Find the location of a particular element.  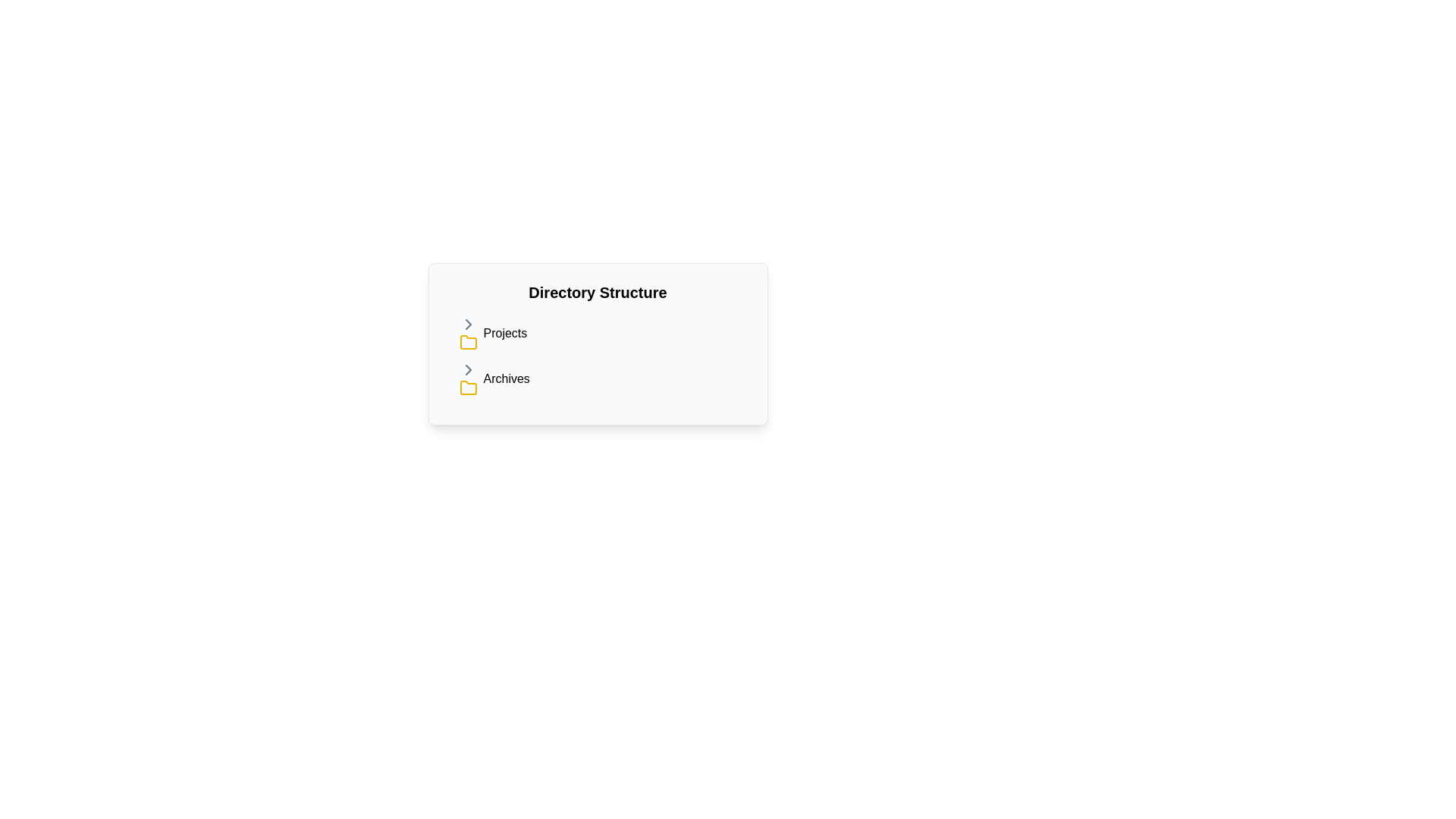

the vibrant yellow folder icon located next to the text 'Archives' in the directory structure is located at coordinates (467, 387).